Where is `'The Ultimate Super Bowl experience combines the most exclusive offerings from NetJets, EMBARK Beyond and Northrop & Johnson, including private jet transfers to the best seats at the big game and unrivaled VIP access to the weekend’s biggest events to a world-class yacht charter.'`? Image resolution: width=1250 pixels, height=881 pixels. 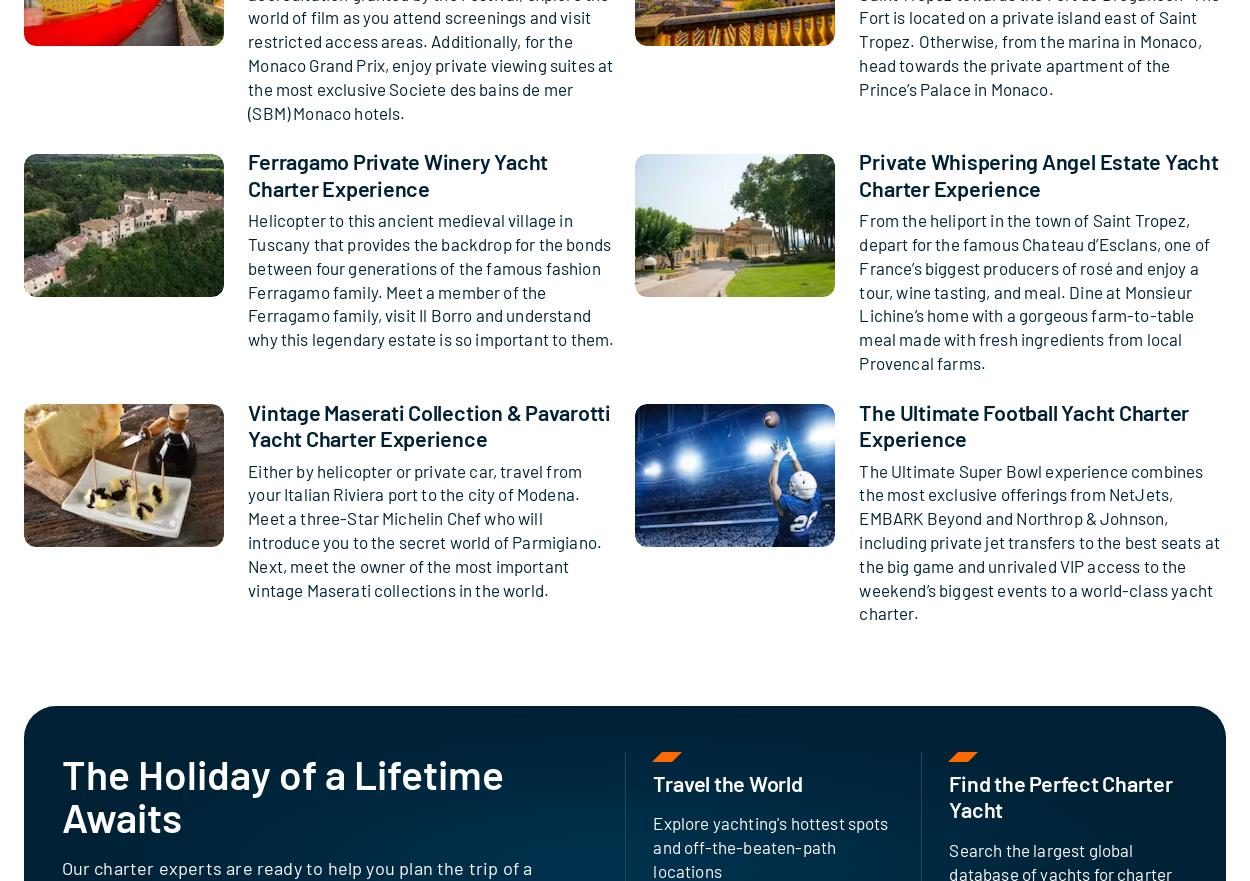 'The Ultimate Super Bowl experience combines the most exclusive offerings from NetJets, EMBARK Beyond and Northrop & Johnson, including private jet transfers to the best seats at the big game and unrivaled VIP access to the weekend’s biggest events to a world-class yacht charter.' is located at coordinates (1039, 541).